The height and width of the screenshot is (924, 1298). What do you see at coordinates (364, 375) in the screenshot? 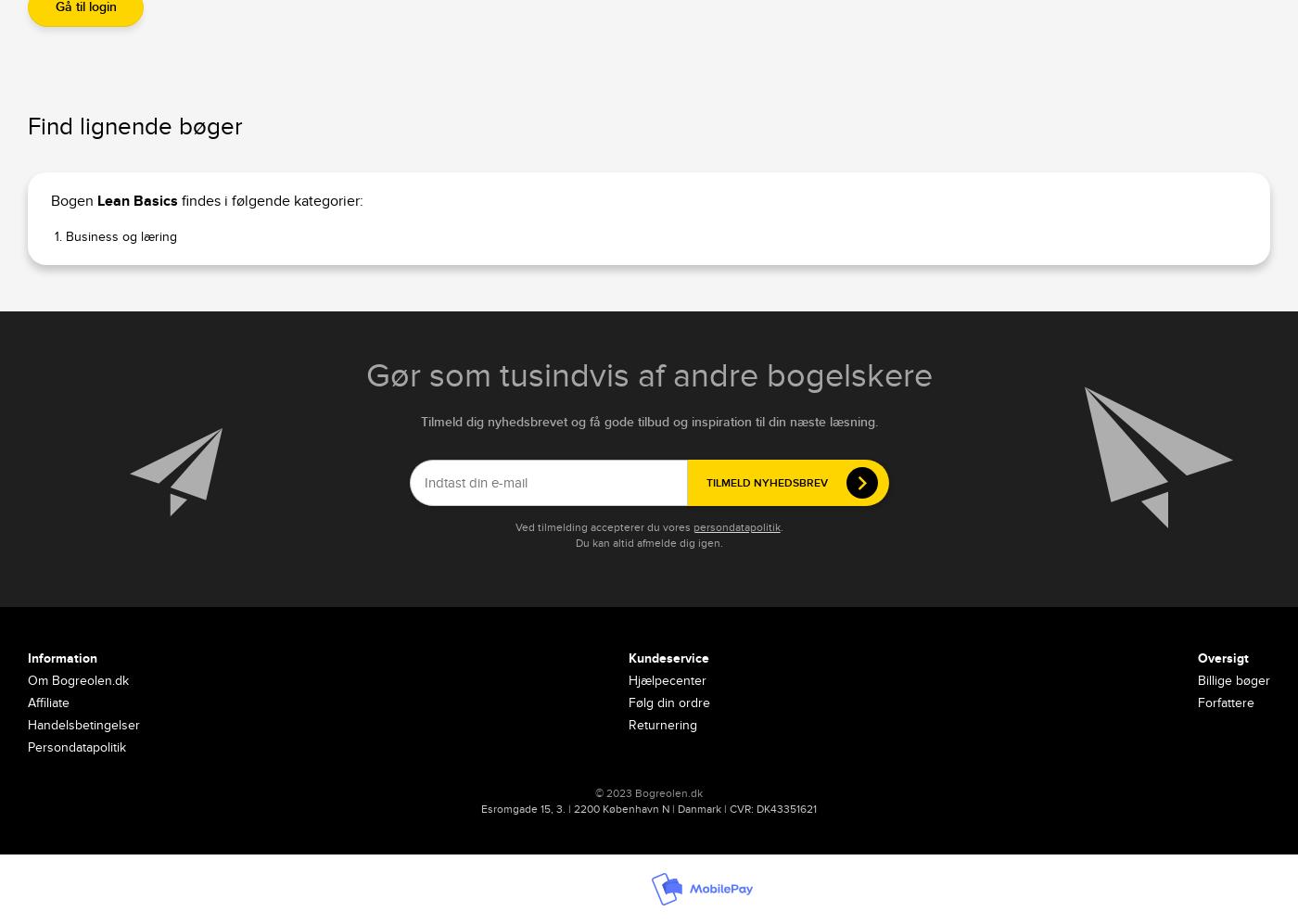
I see `'Gør som tusindvis af andre bogelskere'` at bounding box center [364, 375].